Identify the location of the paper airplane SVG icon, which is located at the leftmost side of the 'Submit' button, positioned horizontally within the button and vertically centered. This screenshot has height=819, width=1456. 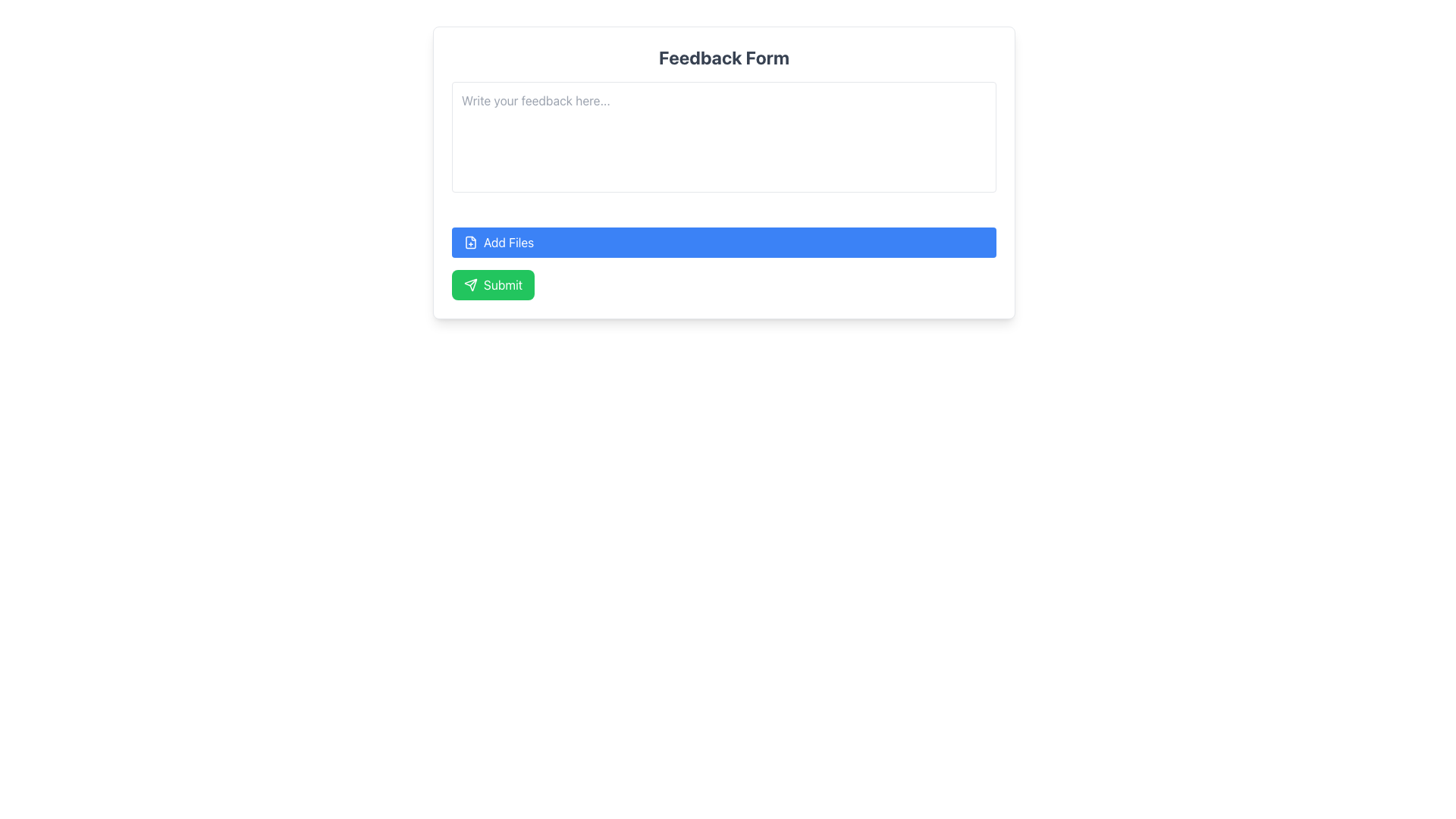
(469, 284).